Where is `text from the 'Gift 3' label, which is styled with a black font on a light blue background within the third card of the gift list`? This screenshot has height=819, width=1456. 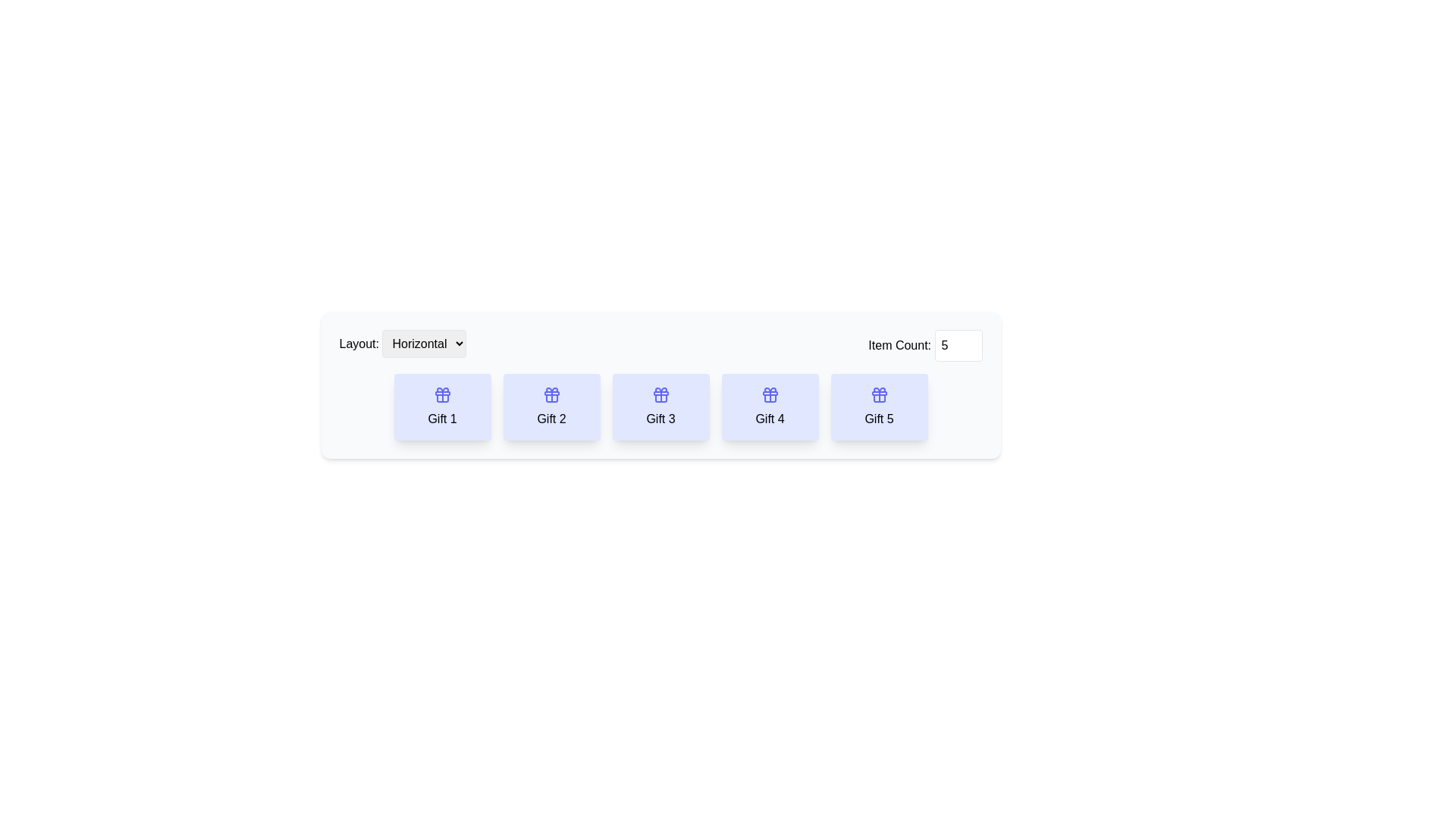 text from the 'Gift 3' label, which is styled with a black font on a light blue background within the third card of the gift list is located at coordinates (661, 419).